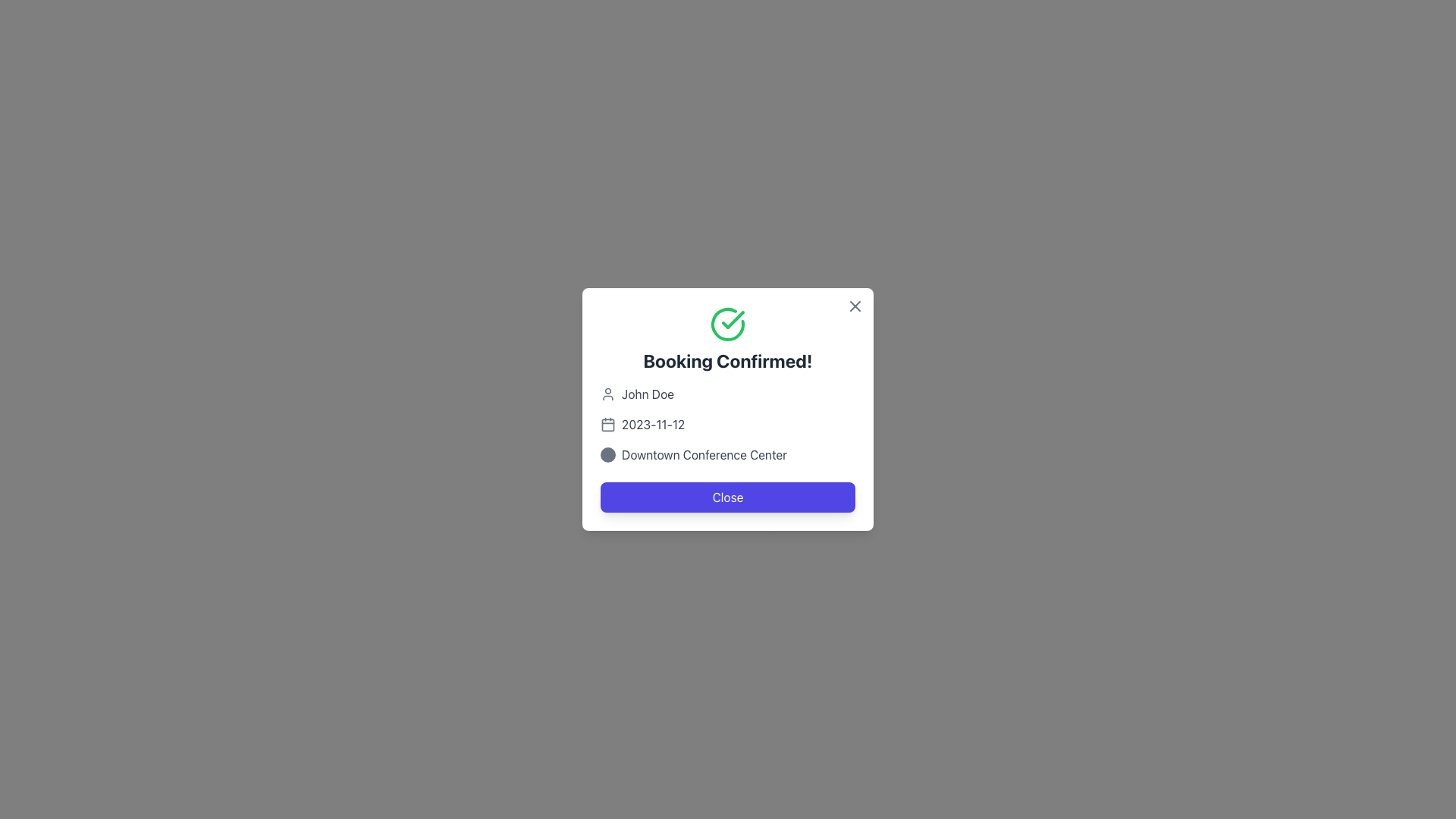 Image resolution: width=1456 pixels, height=819 pixels. I want to click on the text element displaying the name of a person, located as the first item in the list of details in the modal dialog view, so click(648, 394).